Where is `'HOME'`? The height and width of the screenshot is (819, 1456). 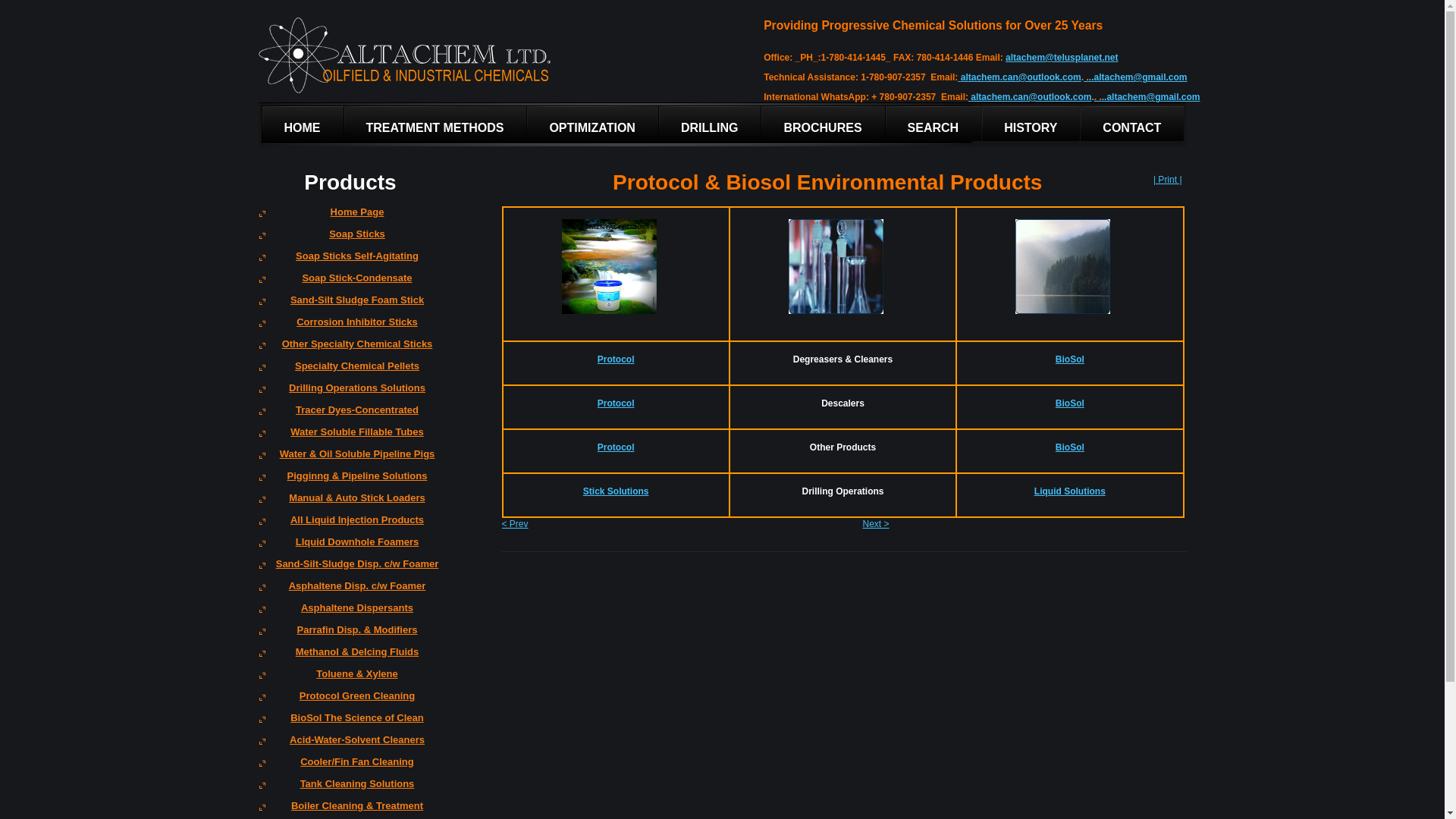
'HOME' is located at coordinates (262, 124).